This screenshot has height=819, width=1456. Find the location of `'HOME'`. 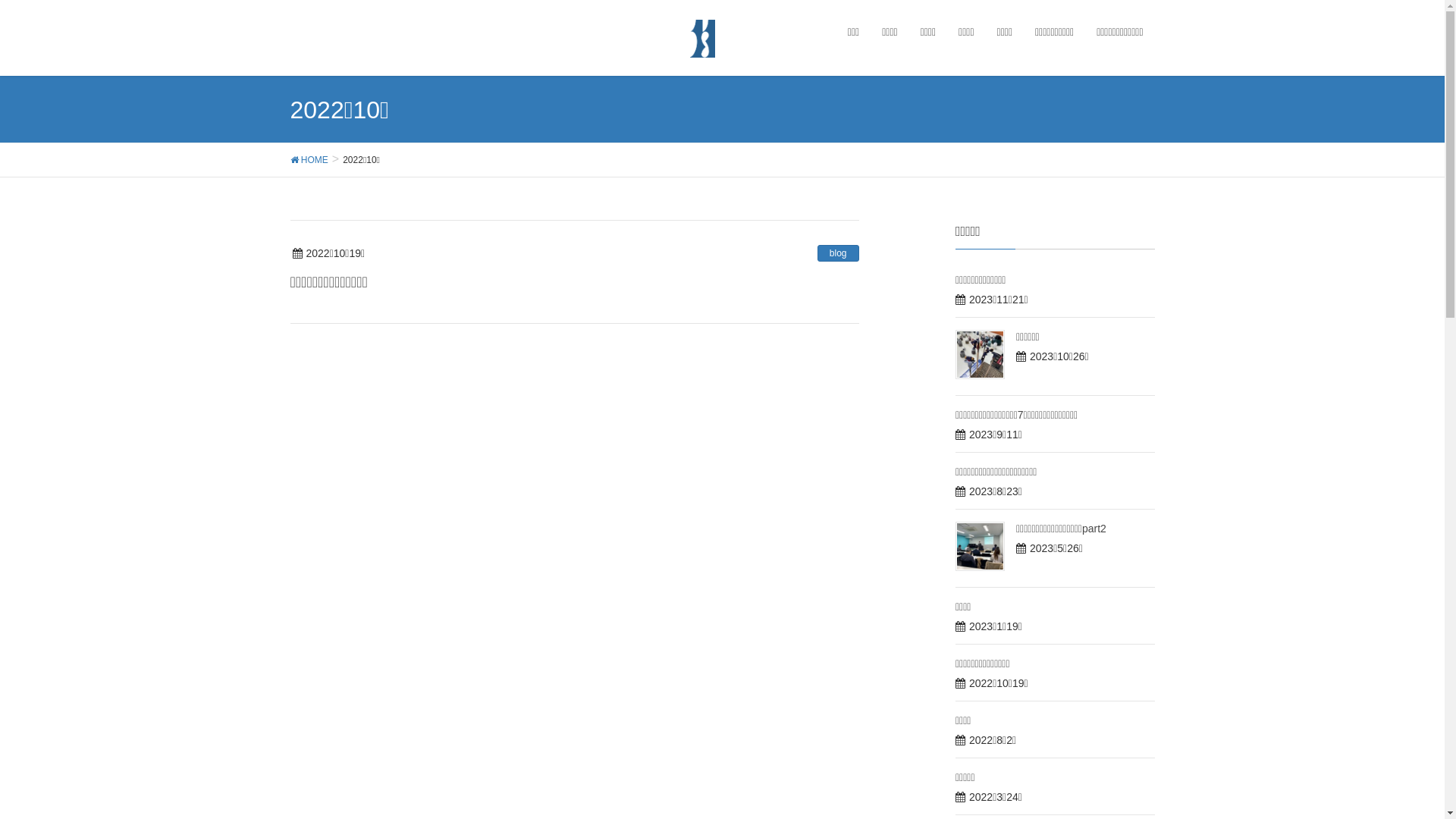

'HOME' is located at coordinates (308, 158).